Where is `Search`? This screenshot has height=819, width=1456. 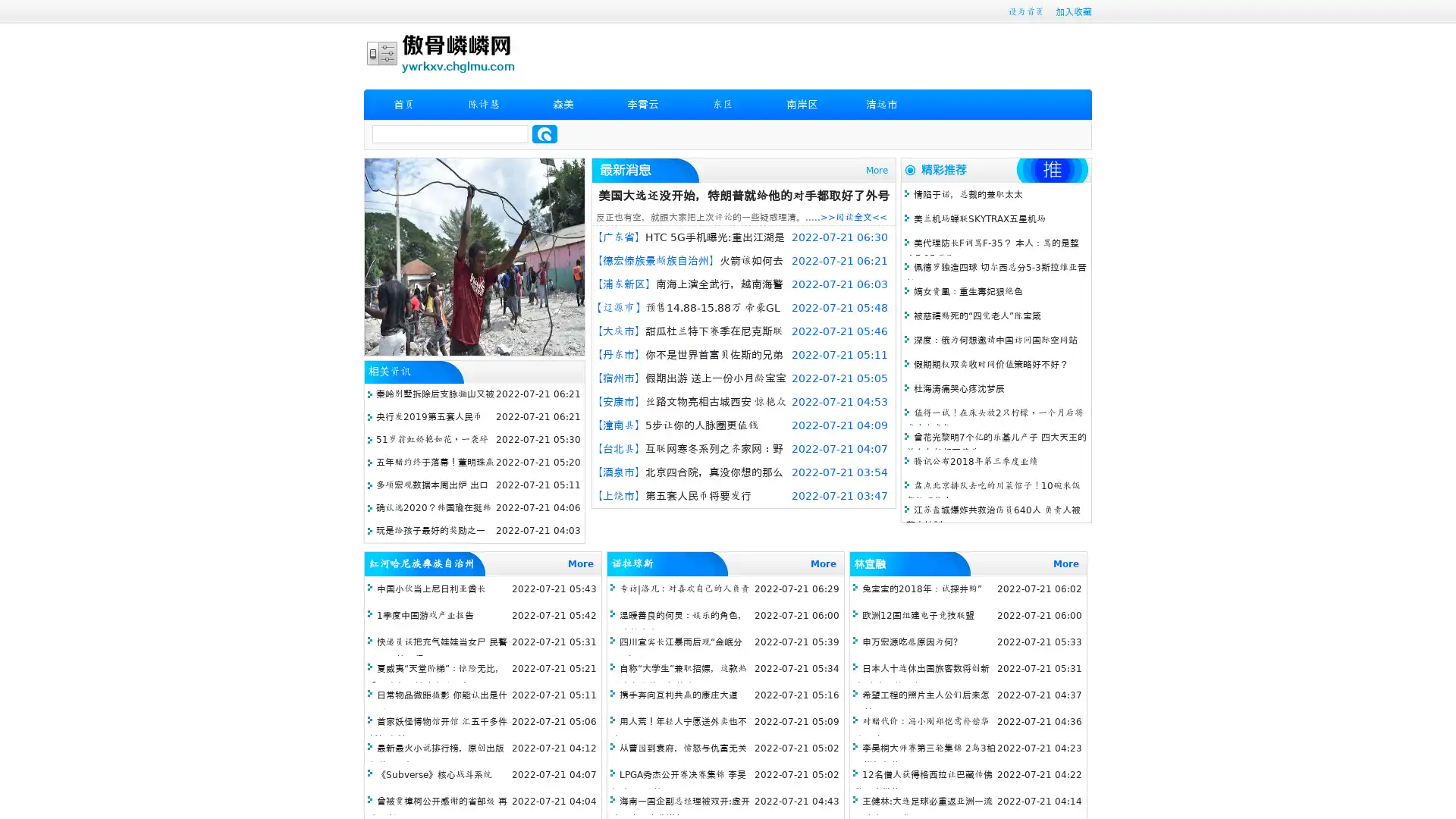 Search is located at coordinates (544, 133).